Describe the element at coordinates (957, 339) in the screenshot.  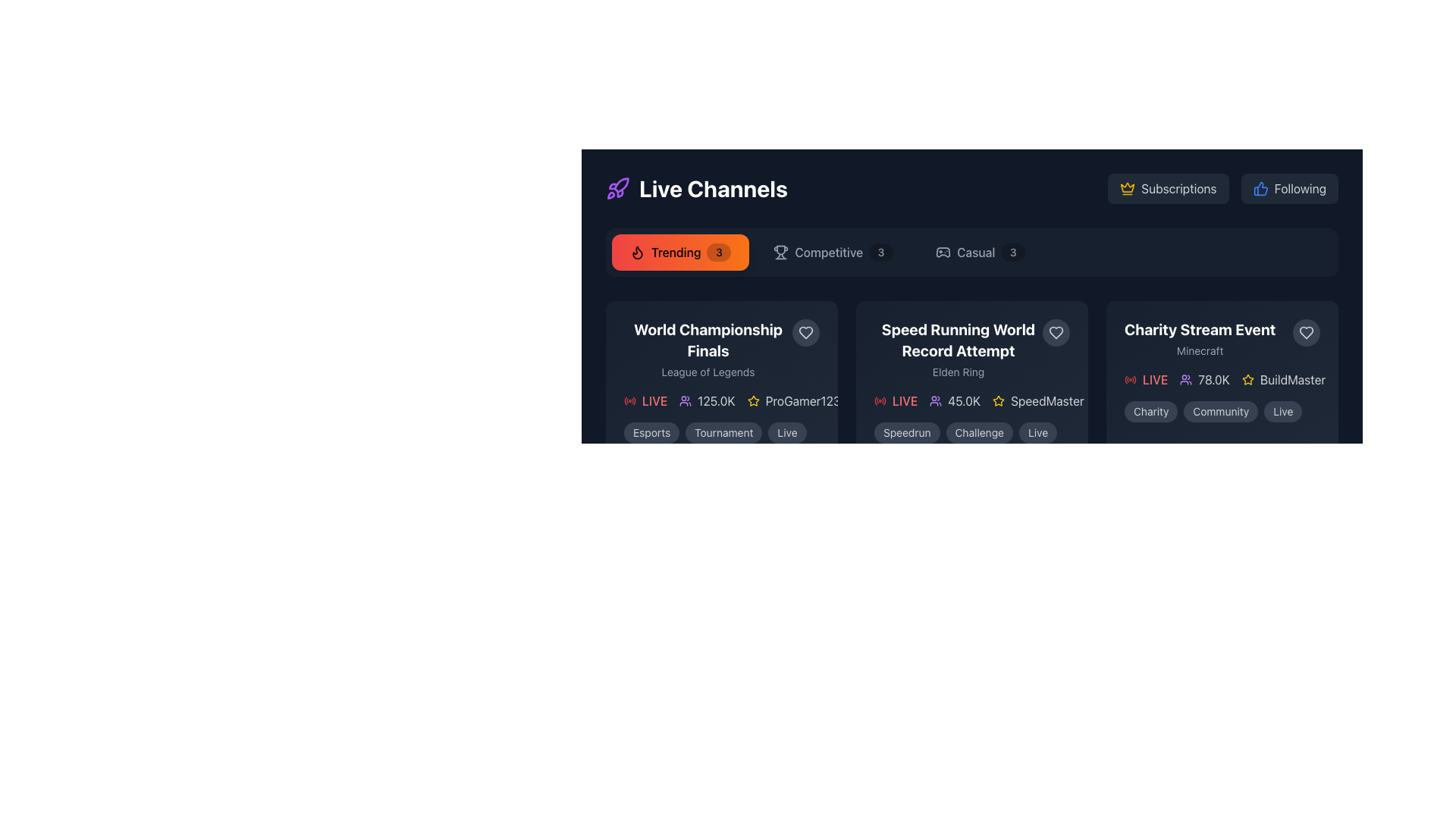
I see `text displayed in the large, bold font labeled 'Speed Running World Record Attempt', which is centrally aligned at the top of the card interface` at that location.